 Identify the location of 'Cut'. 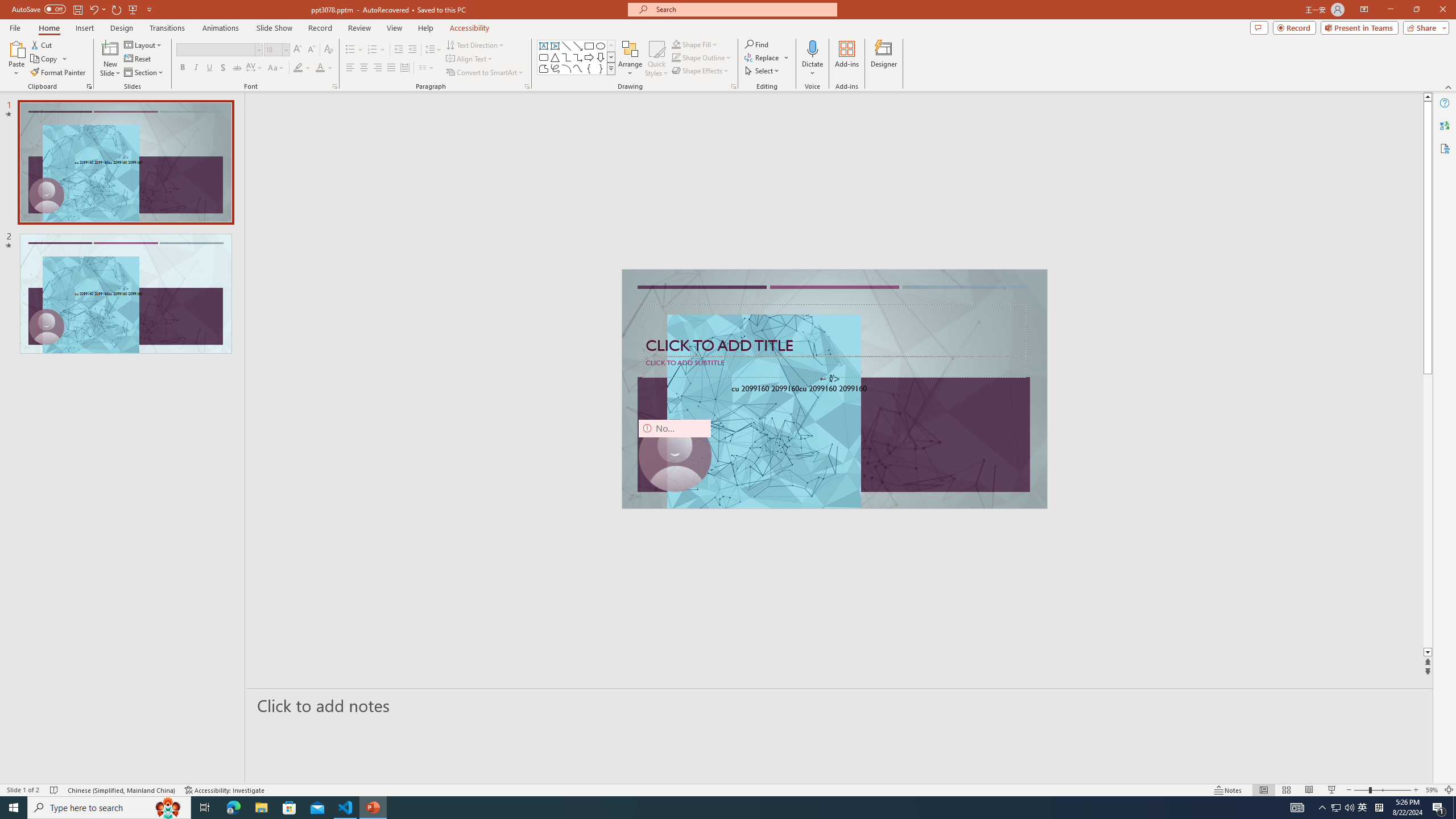
(42, 44).